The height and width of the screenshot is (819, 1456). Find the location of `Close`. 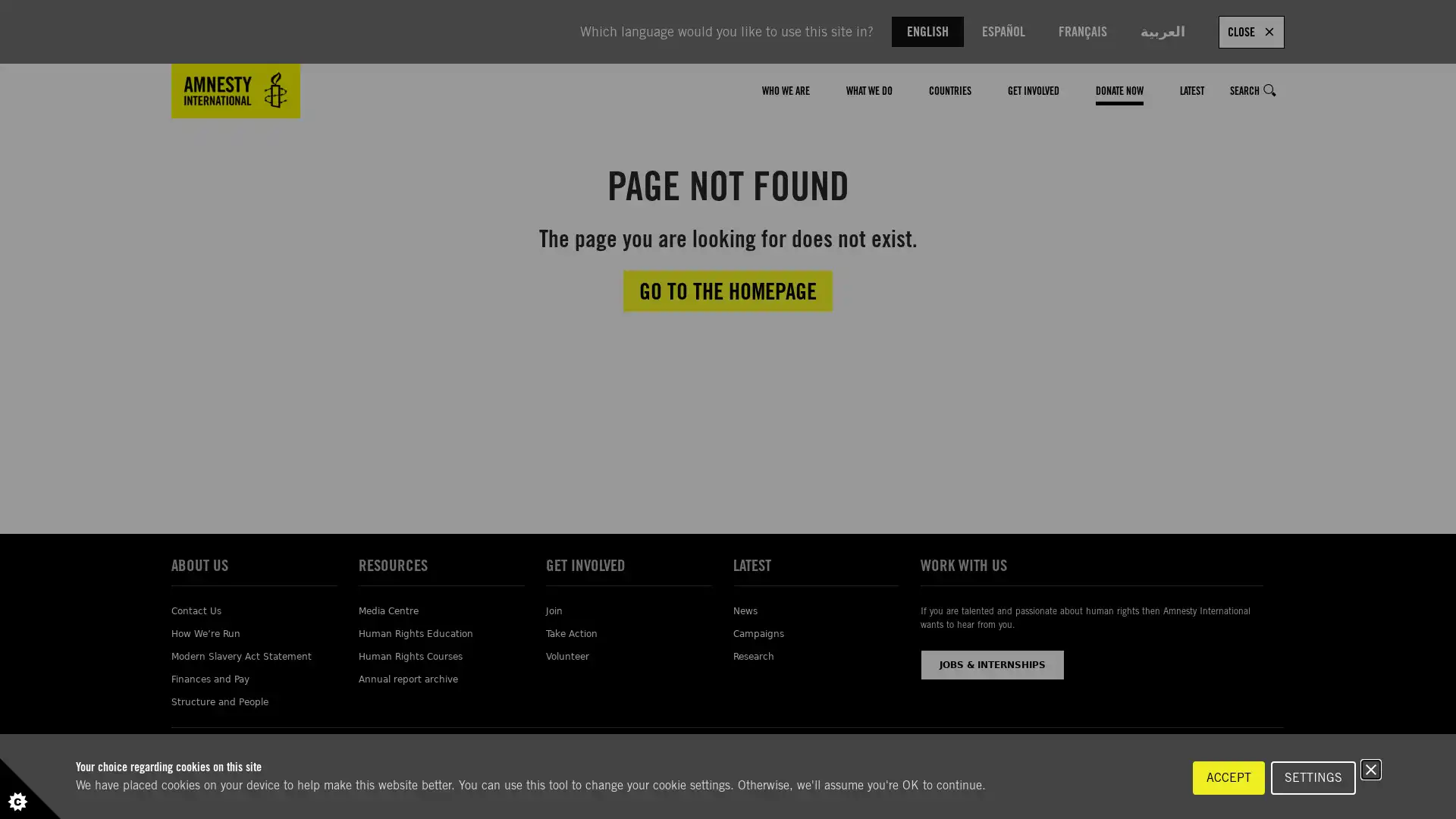

Close is located at coordinates (1371, 769).